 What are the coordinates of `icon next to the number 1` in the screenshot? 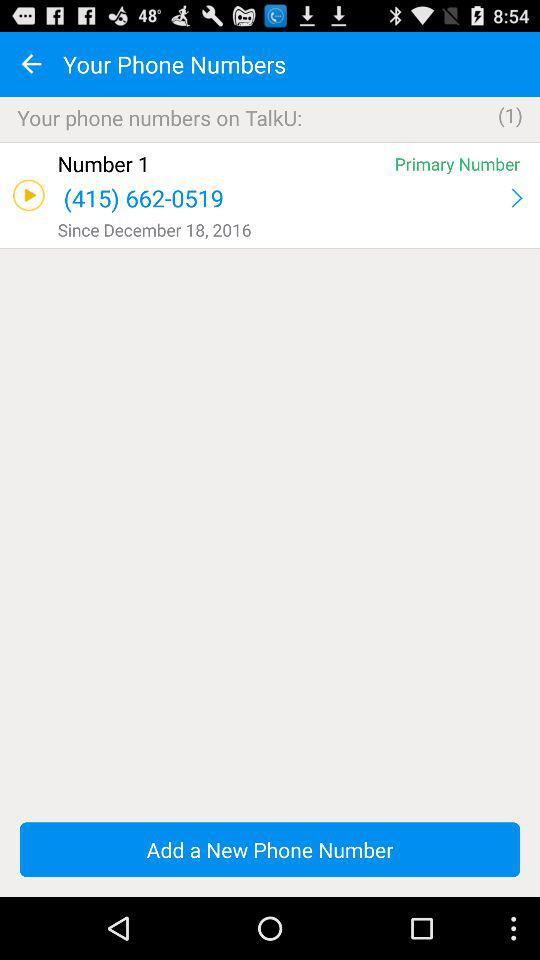 It's located at (457, 162).